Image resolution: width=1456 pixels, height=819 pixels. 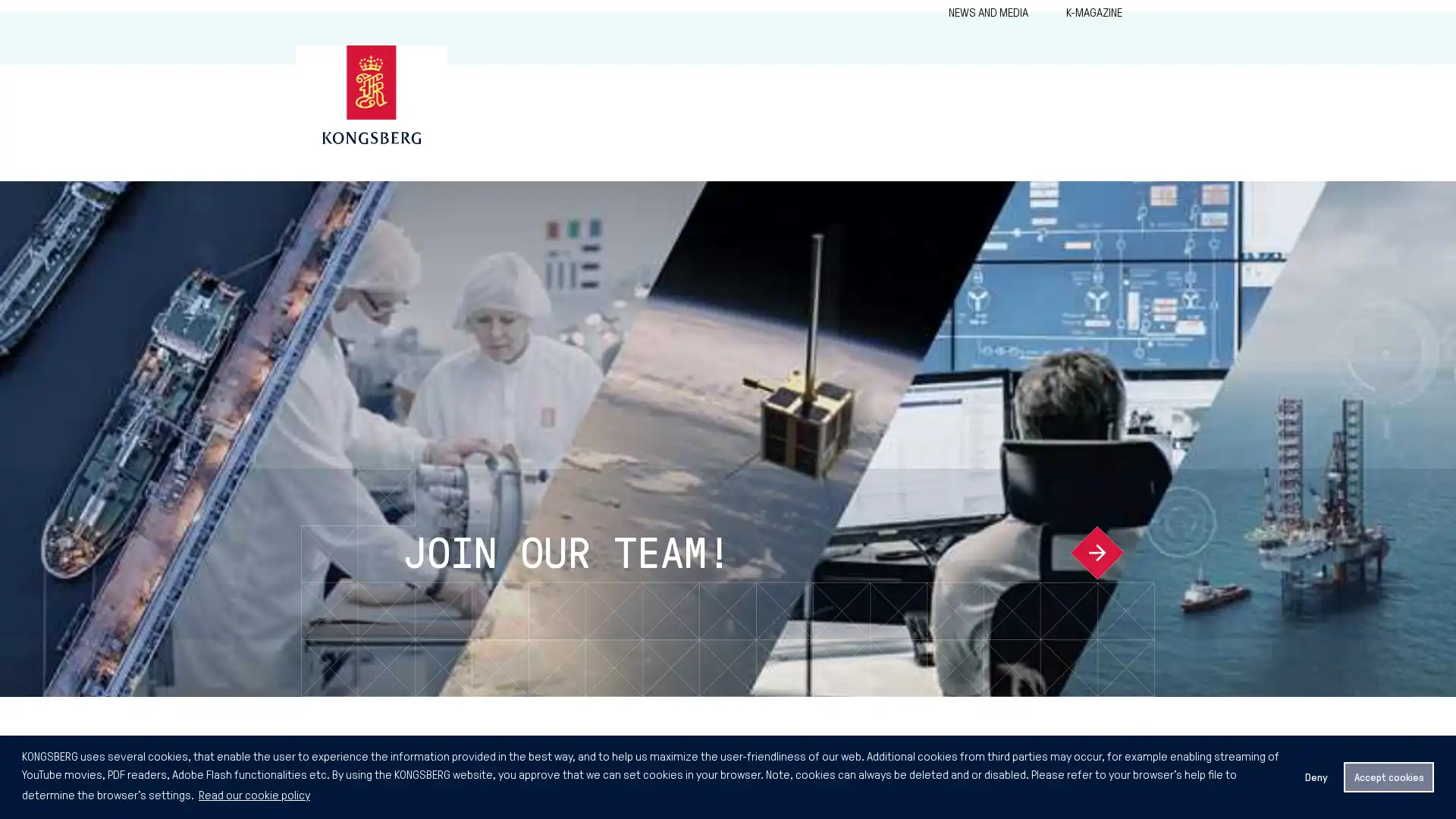 What do you see at coordinates (1315, 777) in the screenshot?
I see `deny cookies` at bounding box center [1315, 777].